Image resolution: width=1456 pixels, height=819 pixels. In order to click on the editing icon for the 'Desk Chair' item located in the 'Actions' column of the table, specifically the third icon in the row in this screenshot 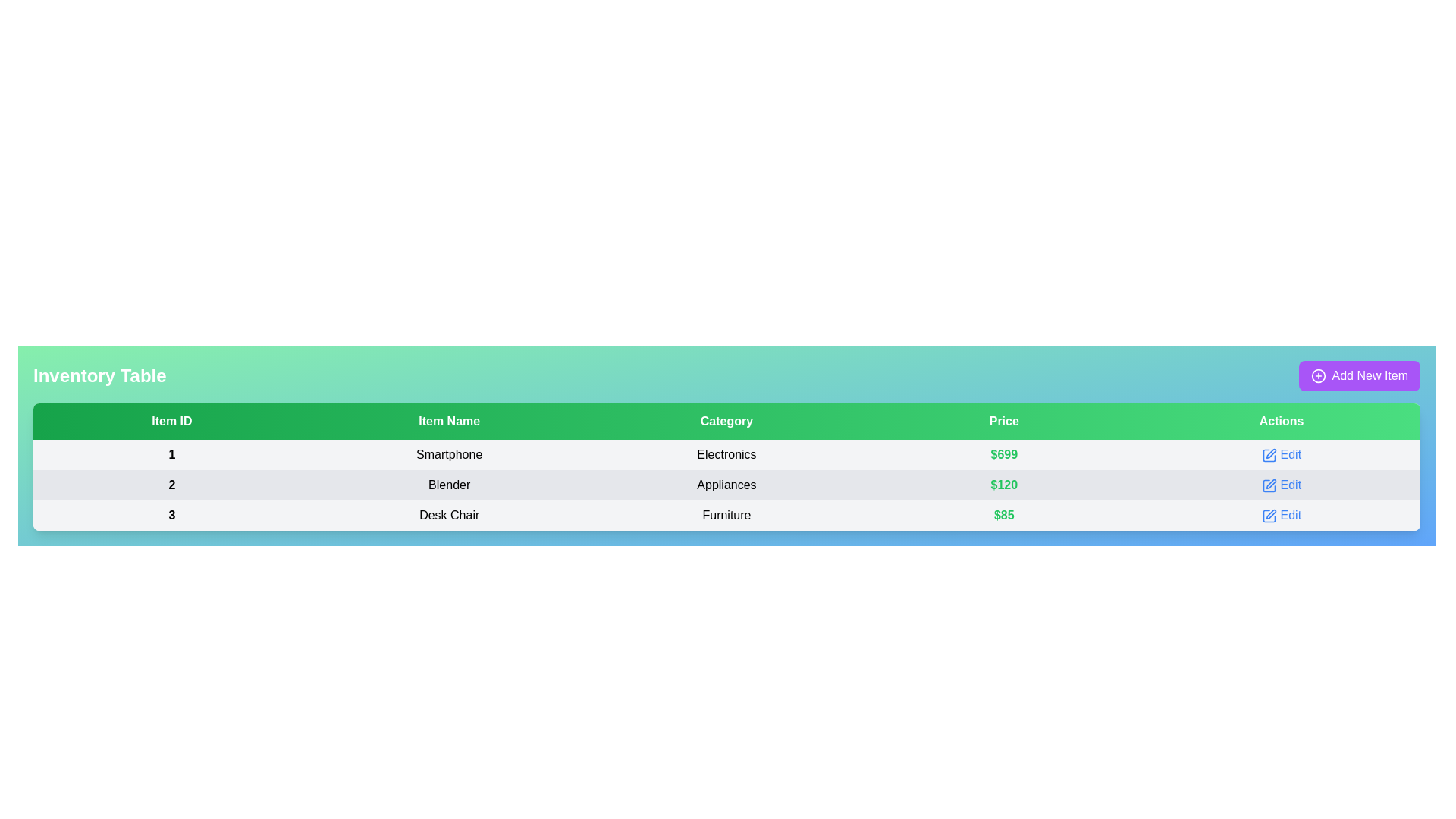, I will do `click(1271, 513)`.